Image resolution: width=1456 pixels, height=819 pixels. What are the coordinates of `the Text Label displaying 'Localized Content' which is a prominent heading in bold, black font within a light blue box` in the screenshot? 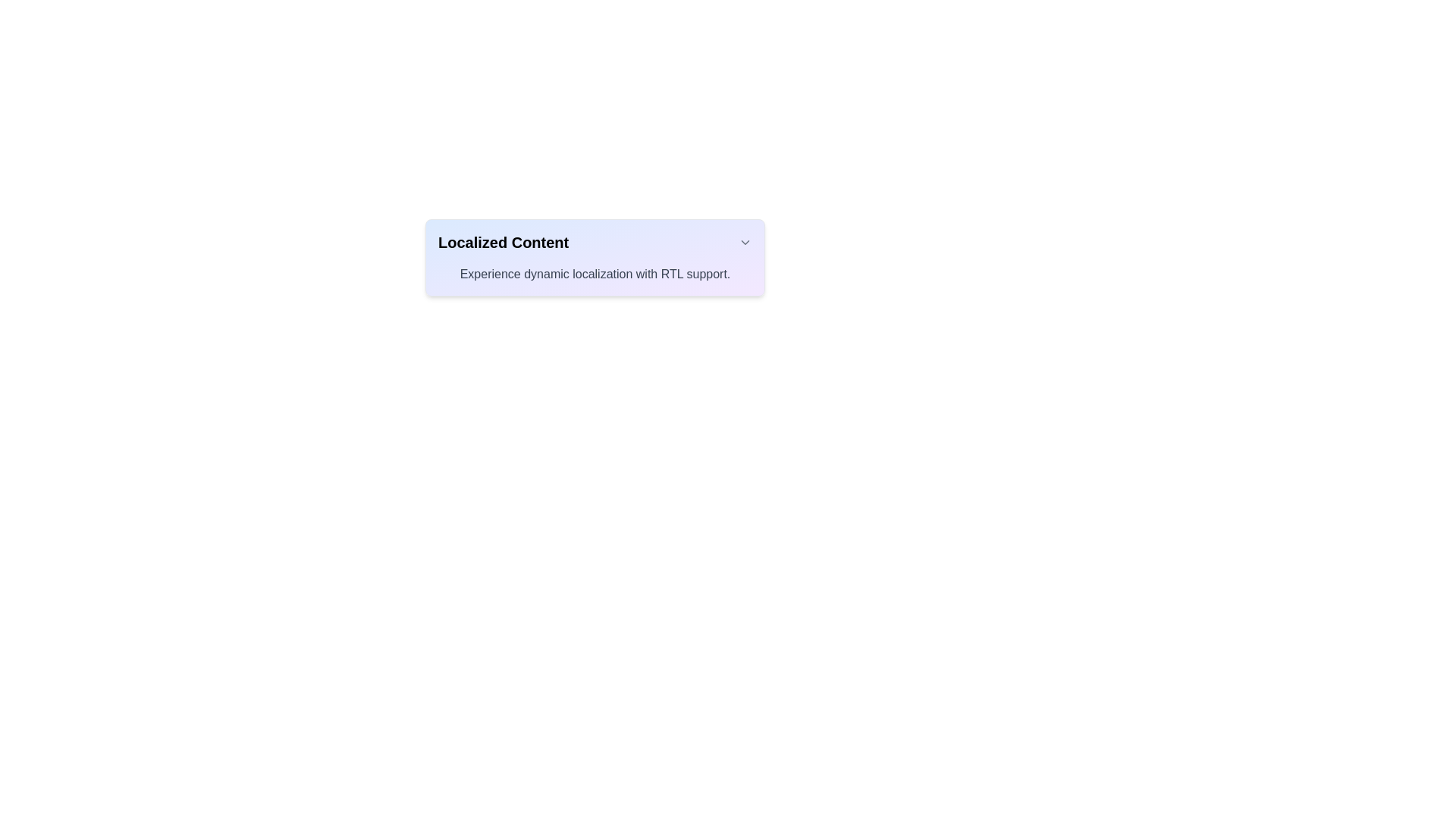 It's located at (504, 242).